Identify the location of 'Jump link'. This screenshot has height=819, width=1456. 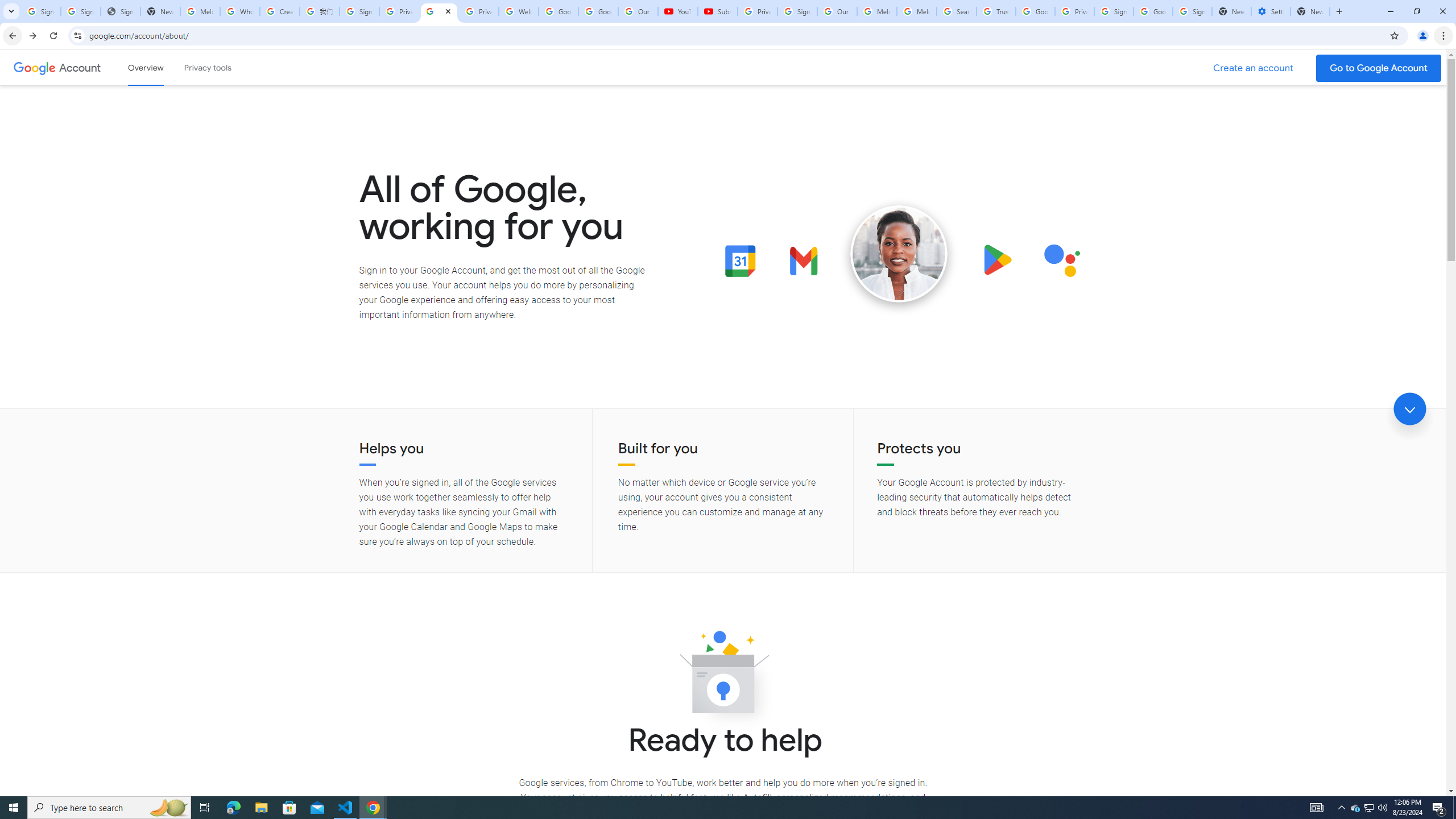
(1409, 409).